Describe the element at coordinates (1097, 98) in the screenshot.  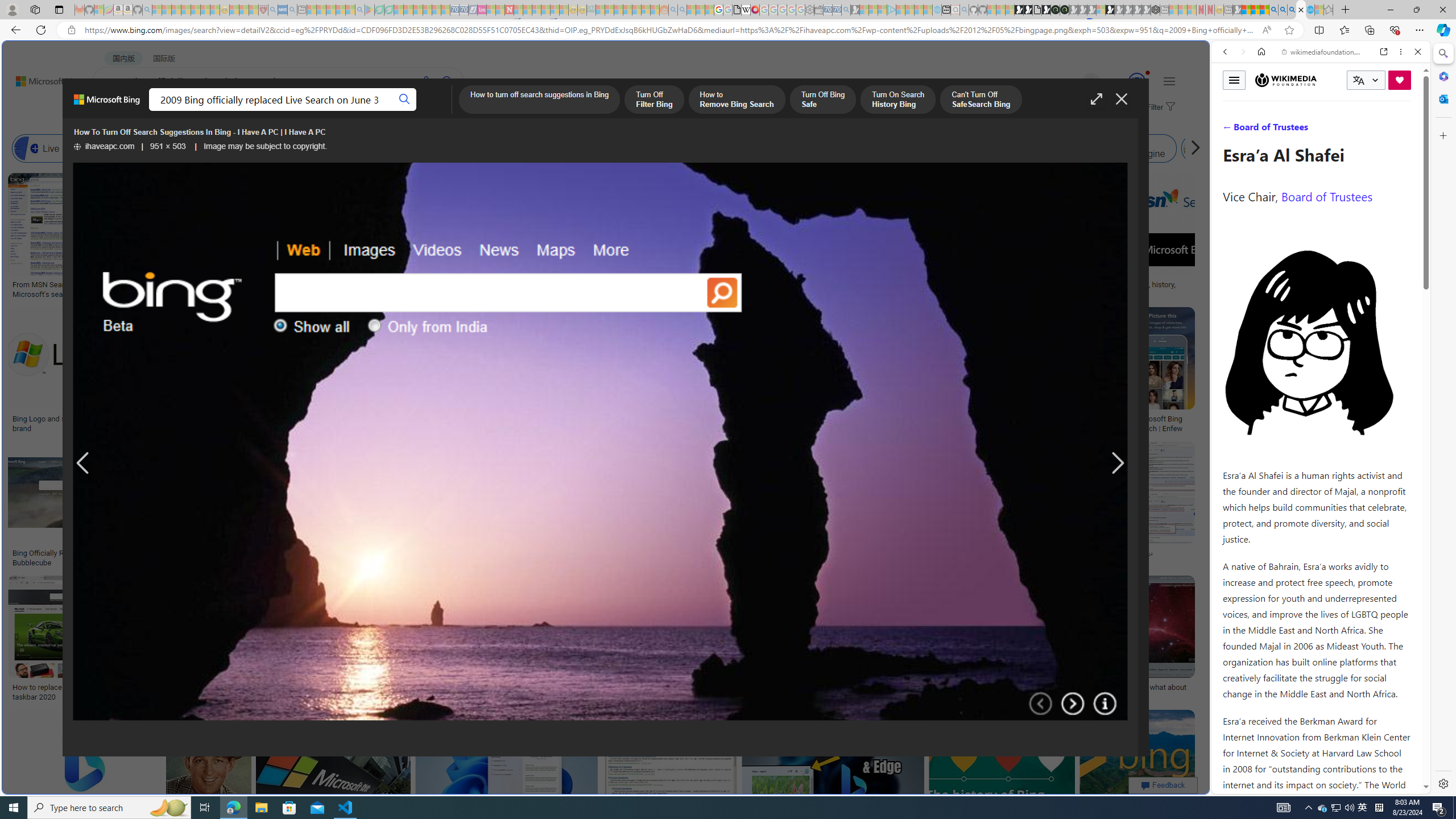
I see `'Full screen'` at that location.